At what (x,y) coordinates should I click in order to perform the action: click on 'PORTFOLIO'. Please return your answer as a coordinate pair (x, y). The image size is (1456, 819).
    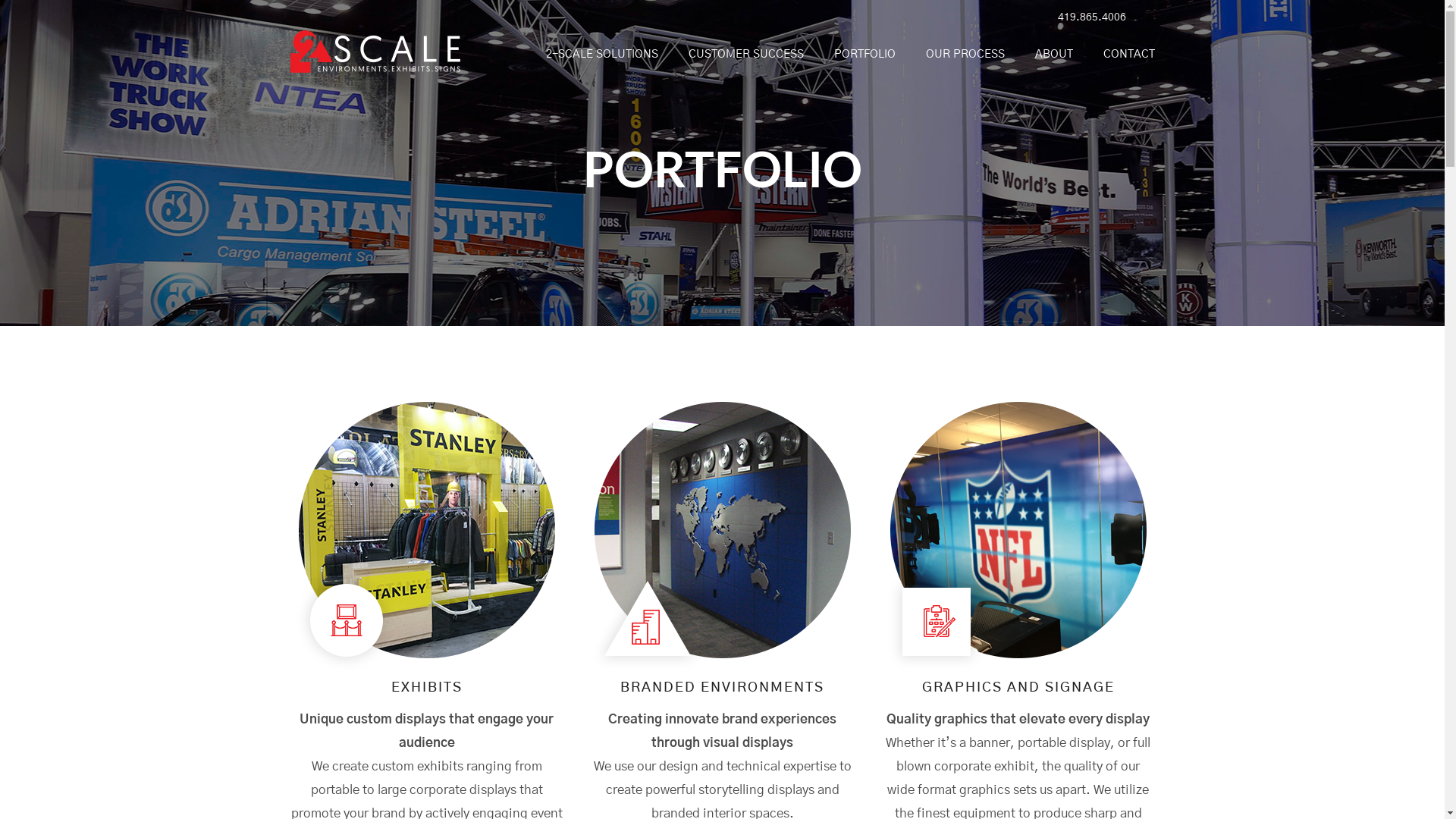
    Looking at the image, I should click on (864, 54).